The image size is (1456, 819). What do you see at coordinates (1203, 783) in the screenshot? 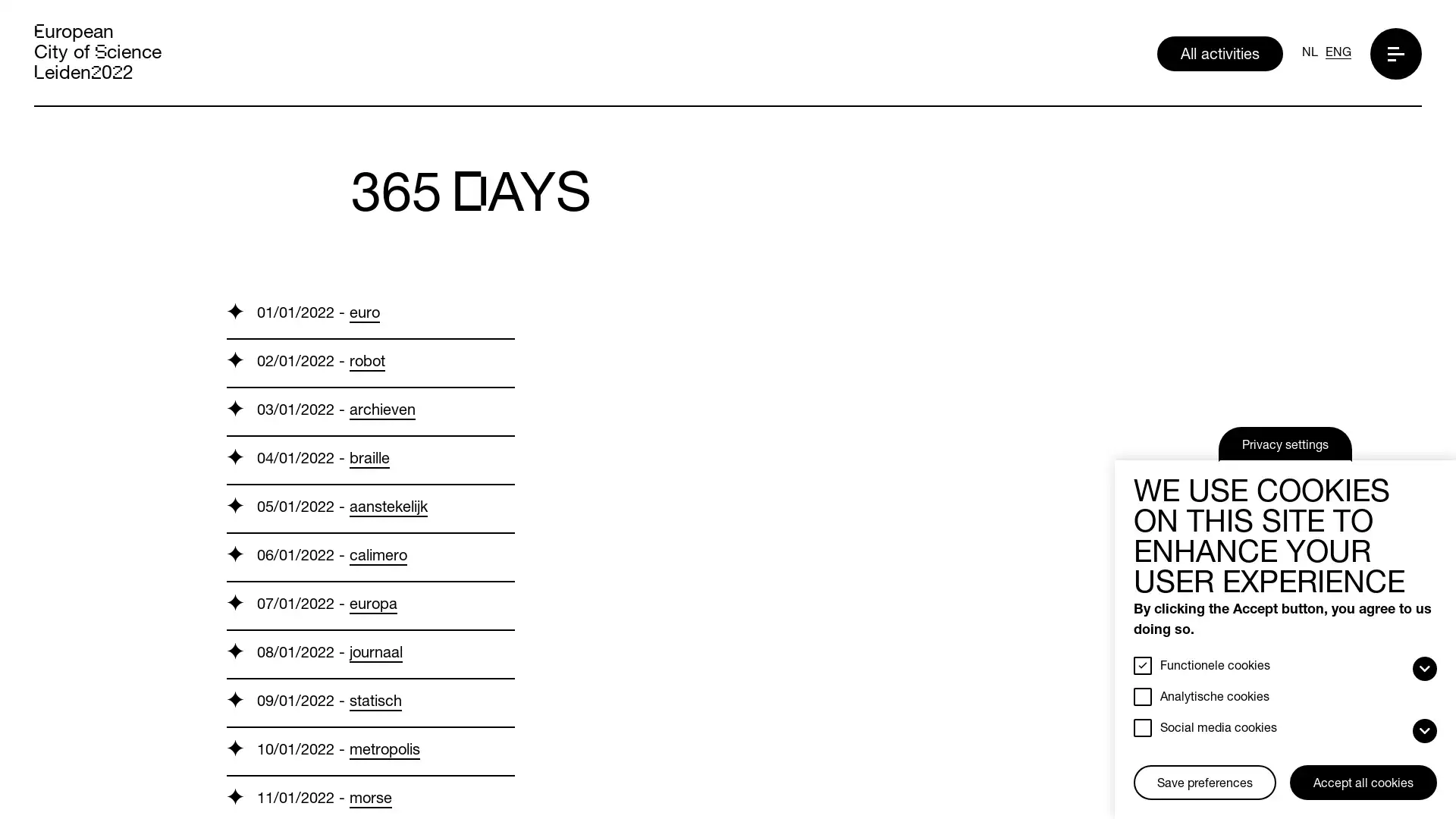
I see `Save preferences` at bounding box center [1203, 783].